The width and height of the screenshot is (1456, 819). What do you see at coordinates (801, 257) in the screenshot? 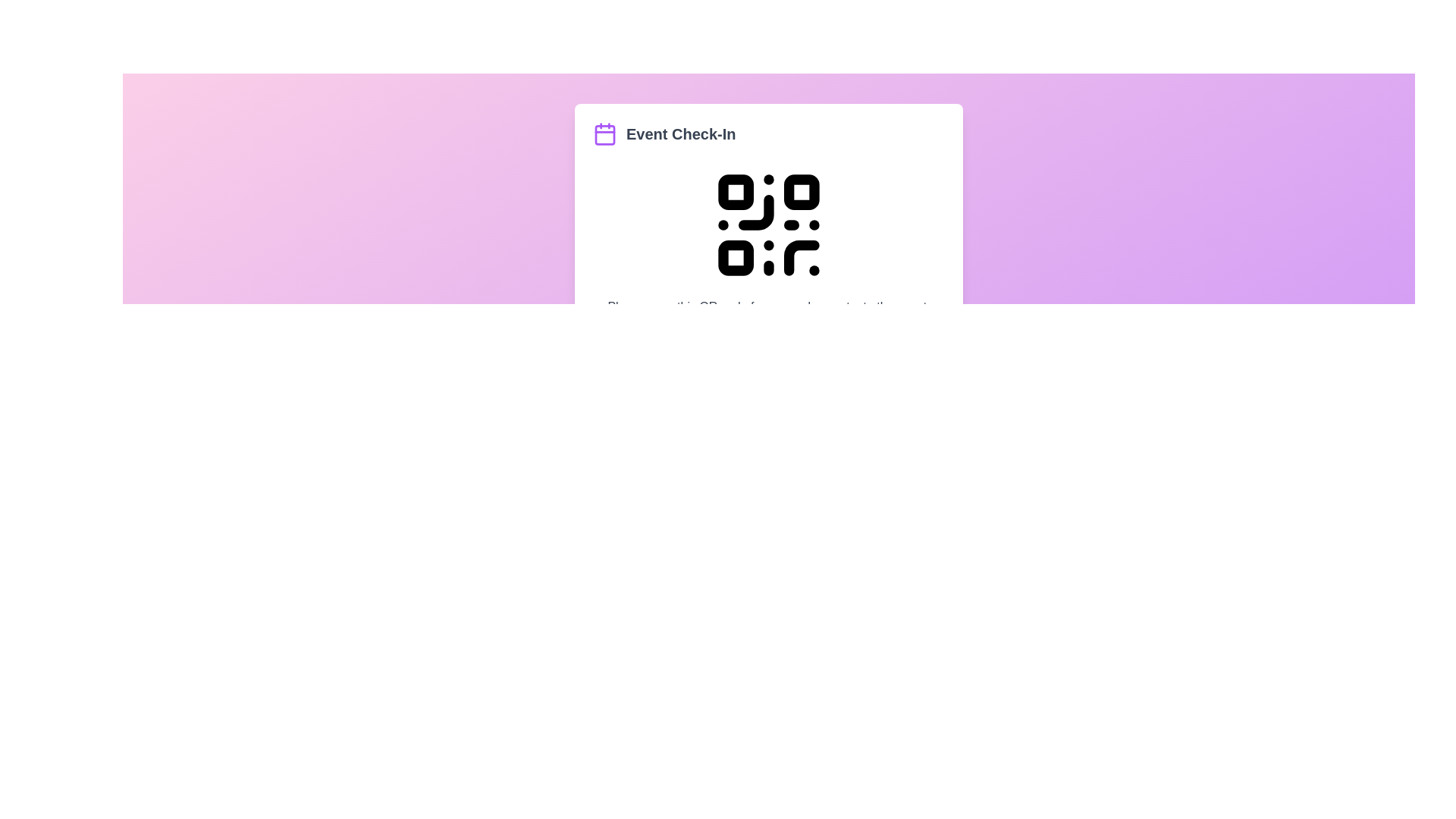
I see `the QR code segment located in the bottom-right region for content decoding` at bounding box center [801, 257].